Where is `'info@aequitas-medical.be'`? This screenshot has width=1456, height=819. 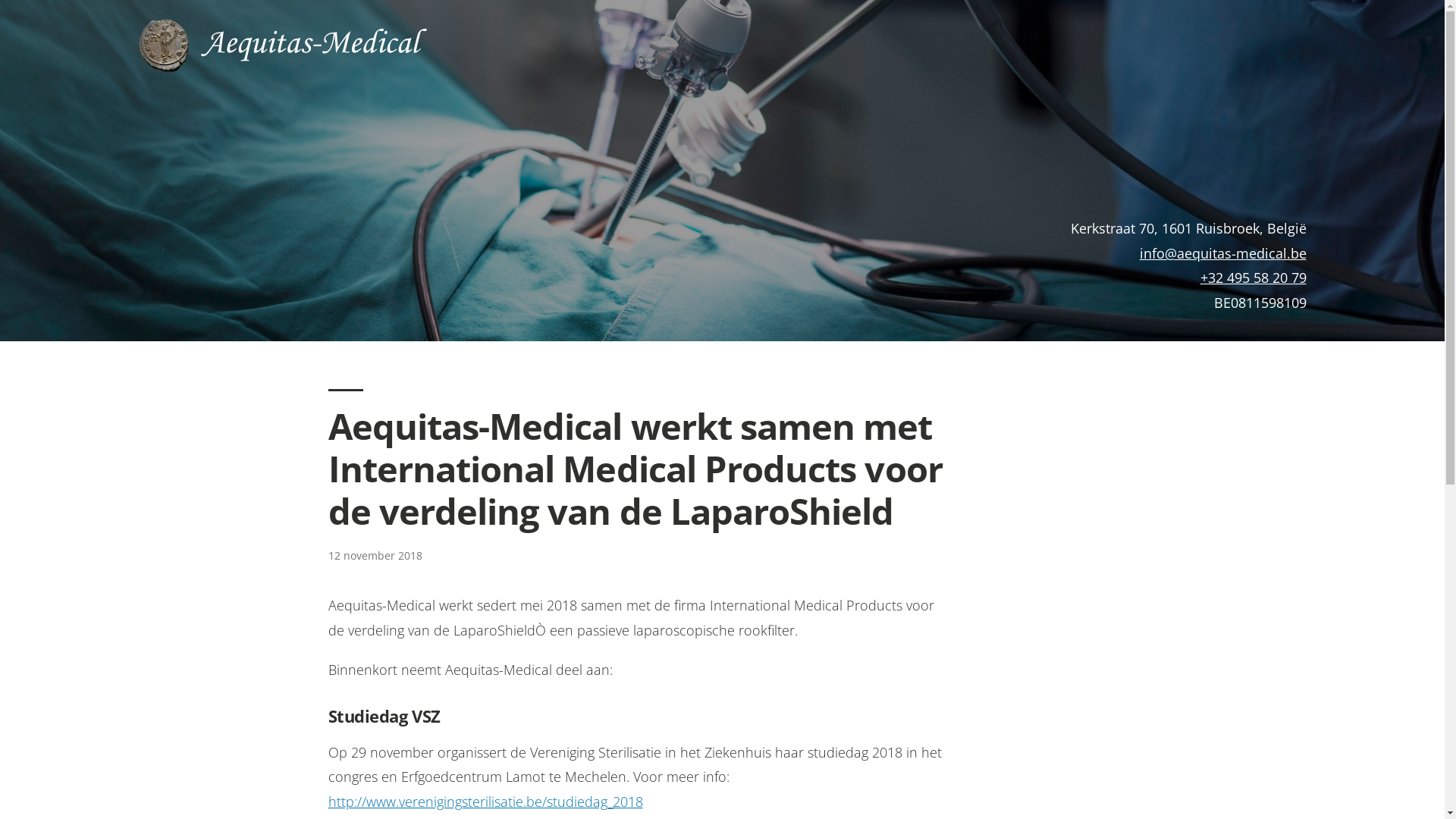 'info@aequitas-medical.be' is located at coordinates (1222, 253).